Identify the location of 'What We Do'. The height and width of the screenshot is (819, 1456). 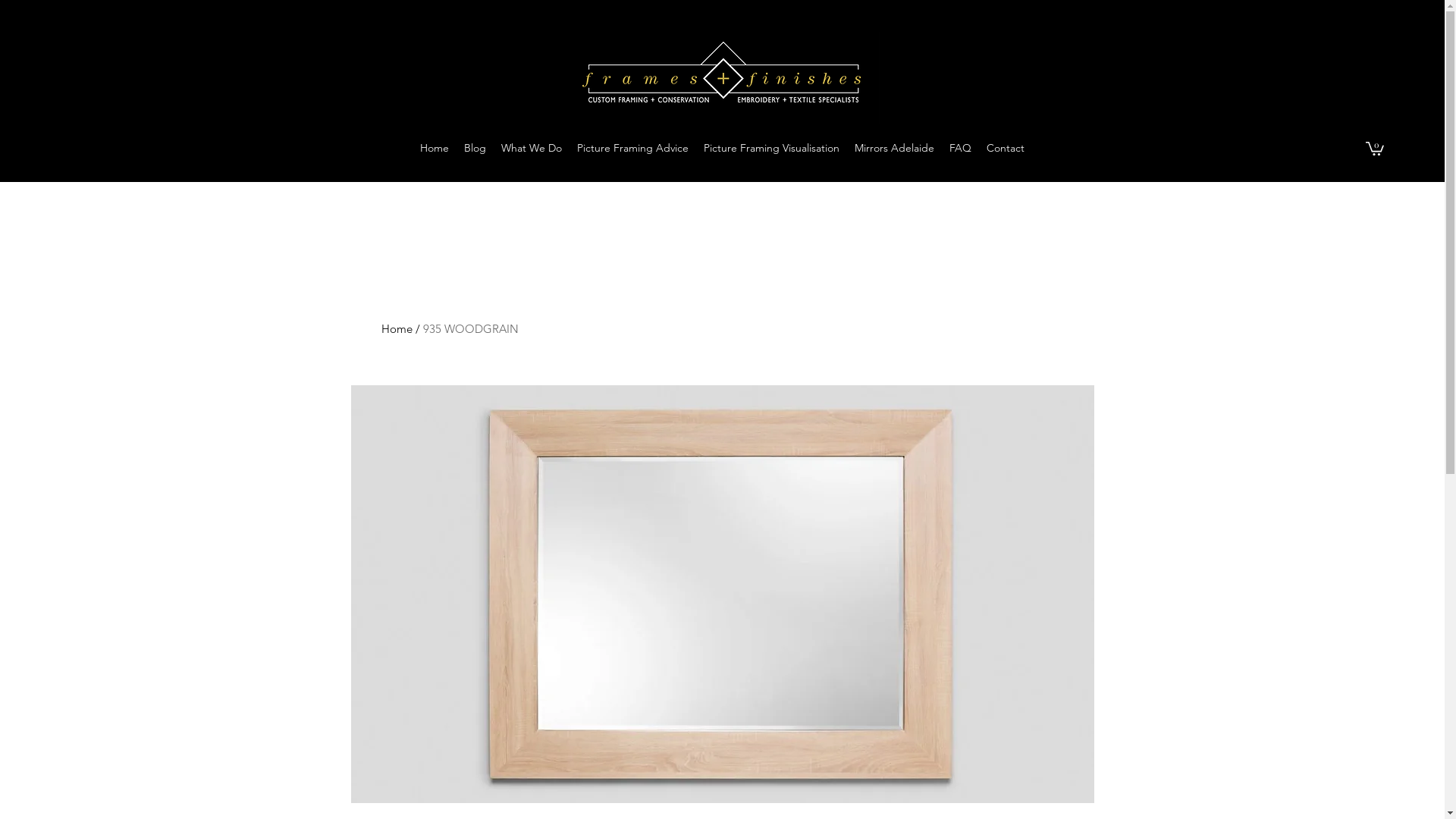
(531, 148).